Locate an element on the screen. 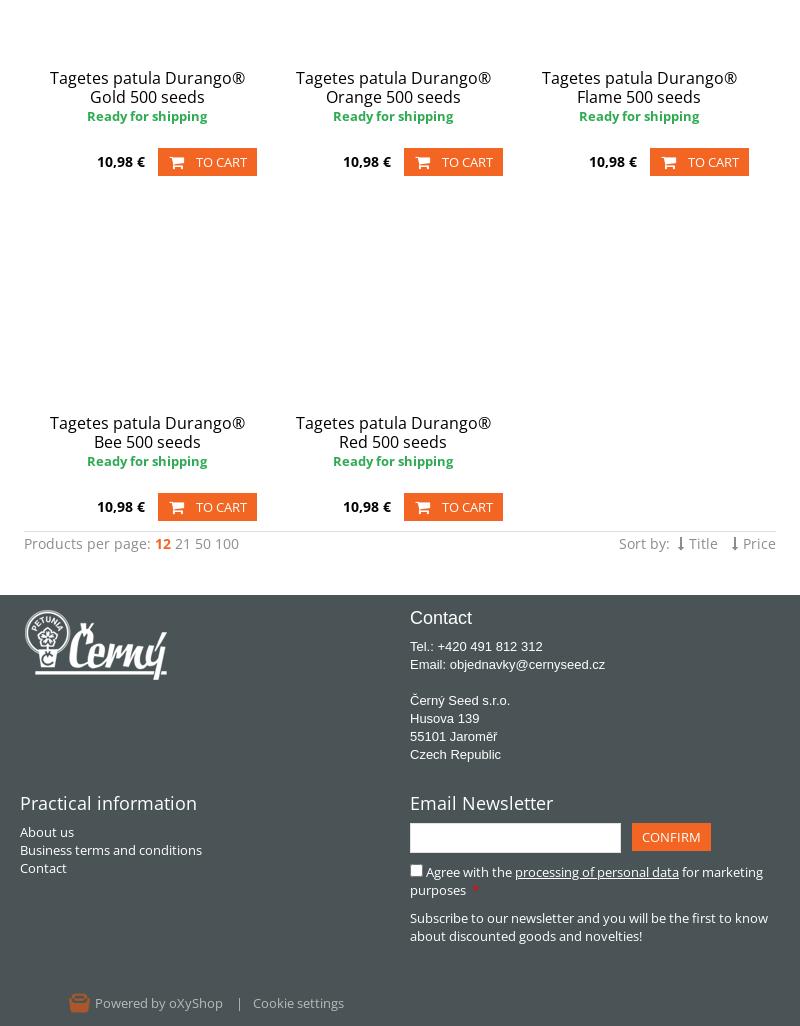 This screenshot has height=1026, width=800. 'About us' is located at coordinates (45, 831).